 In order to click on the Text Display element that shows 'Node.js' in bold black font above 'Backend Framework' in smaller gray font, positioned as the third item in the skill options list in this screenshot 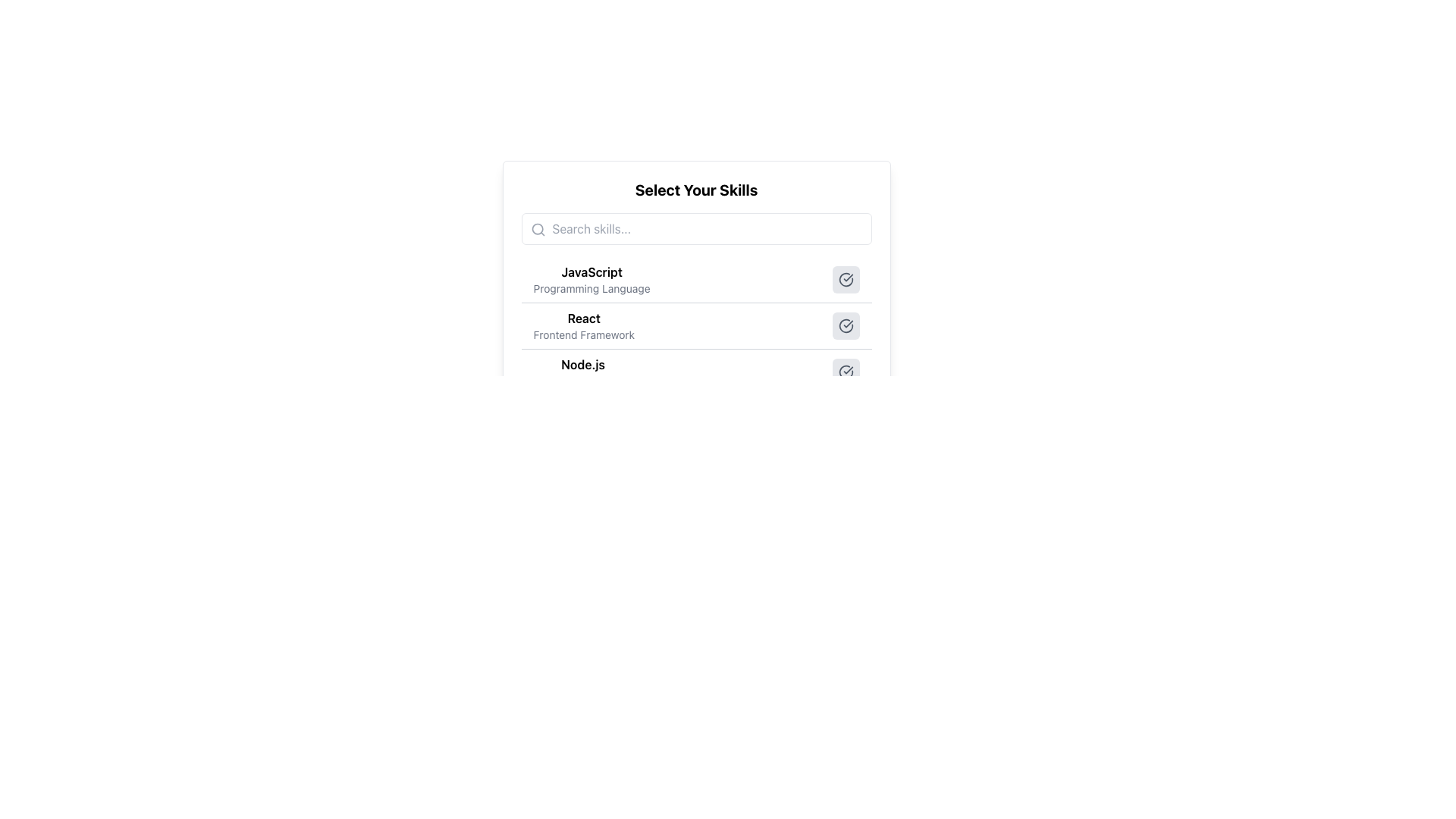, I will do `click(582, 372)`.